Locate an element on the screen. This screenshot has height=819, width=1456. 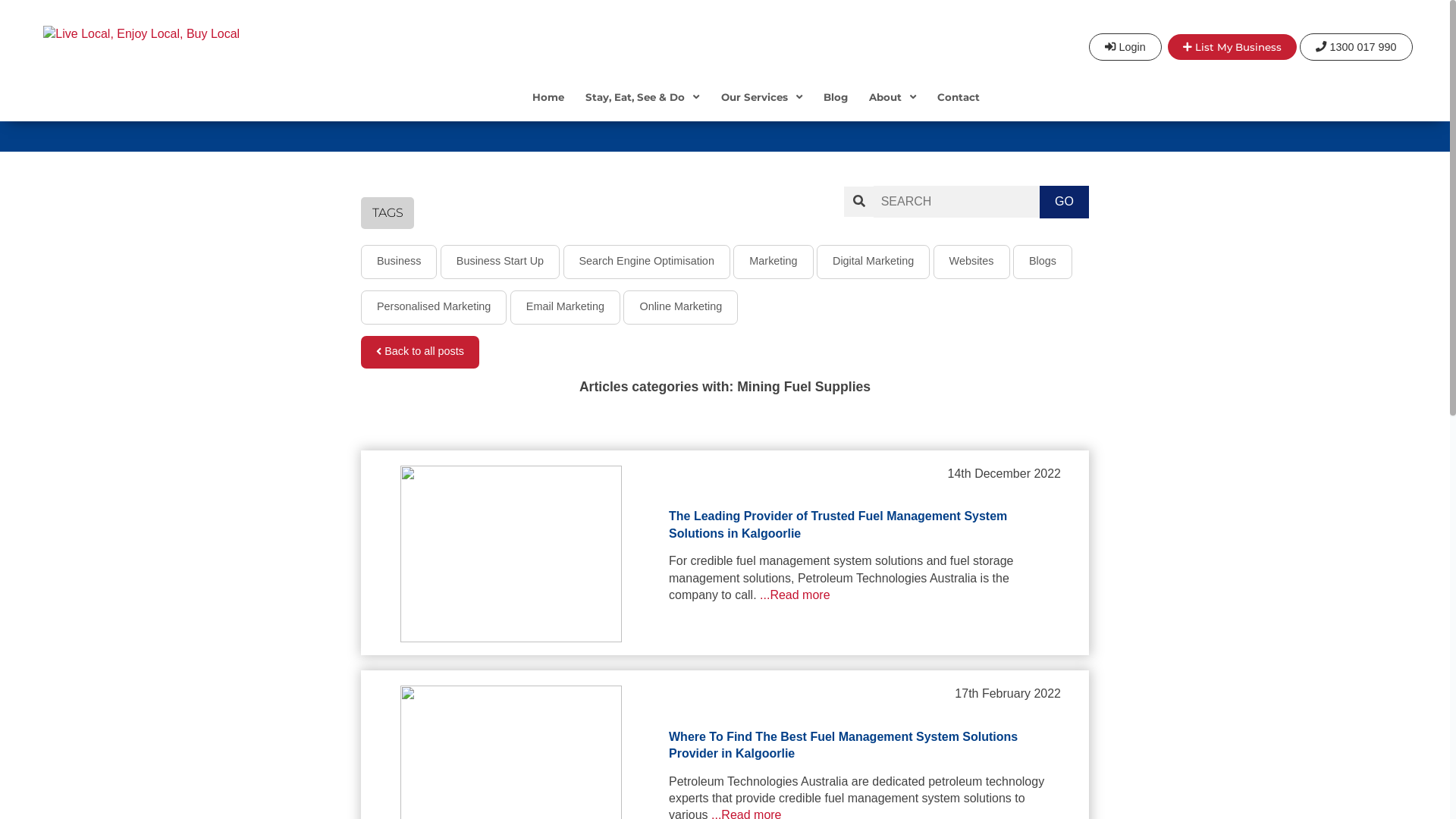
'Personalised Marketing' is located at coordinates (432, 307).